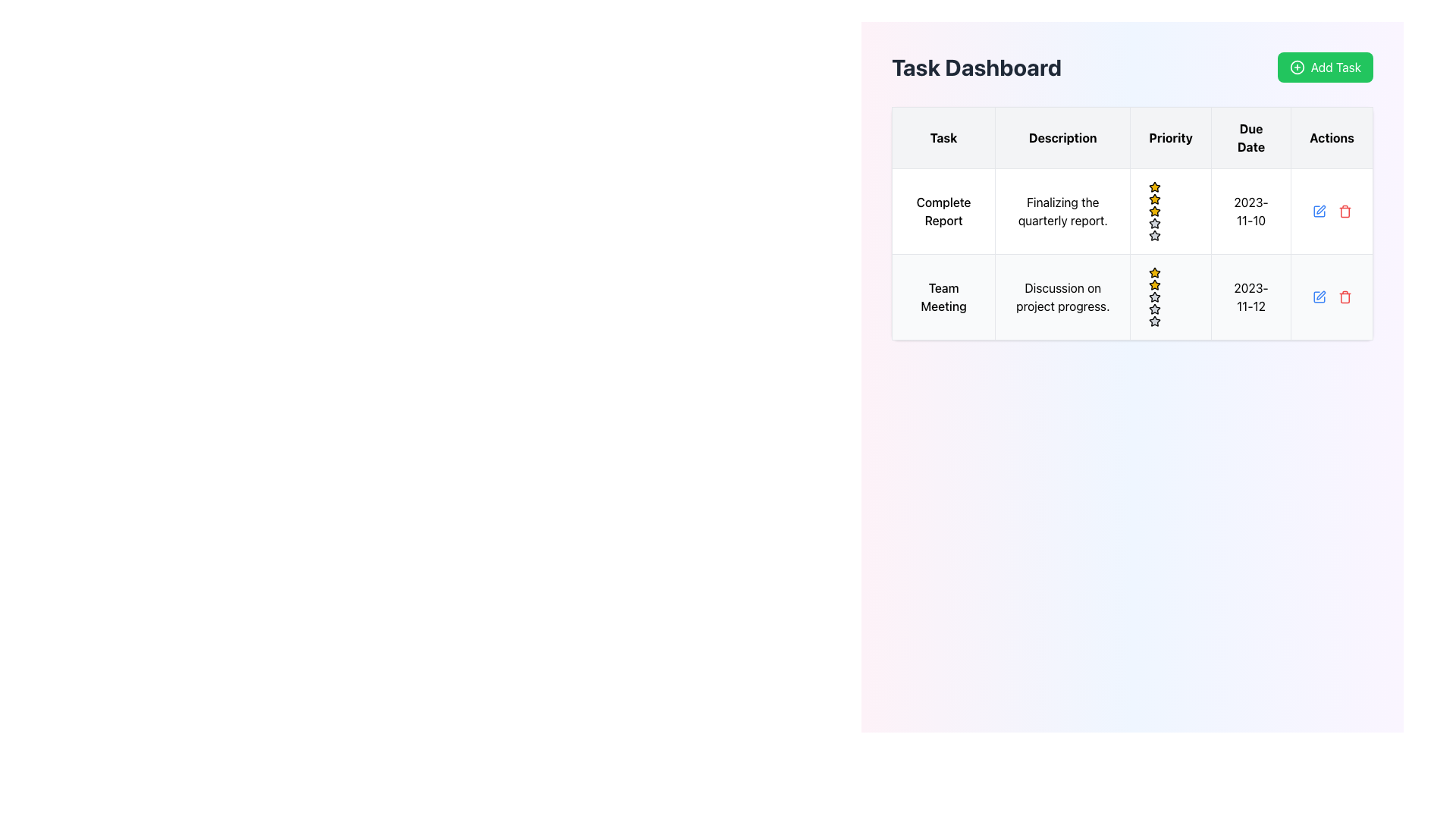  What do you see at coordinates (1345, 298) in the screenshot?
I see `the main body of the trash can icon located in the 'Actions' column of the second row for 'Team Meeting'` at bounding box center [1345, 298].